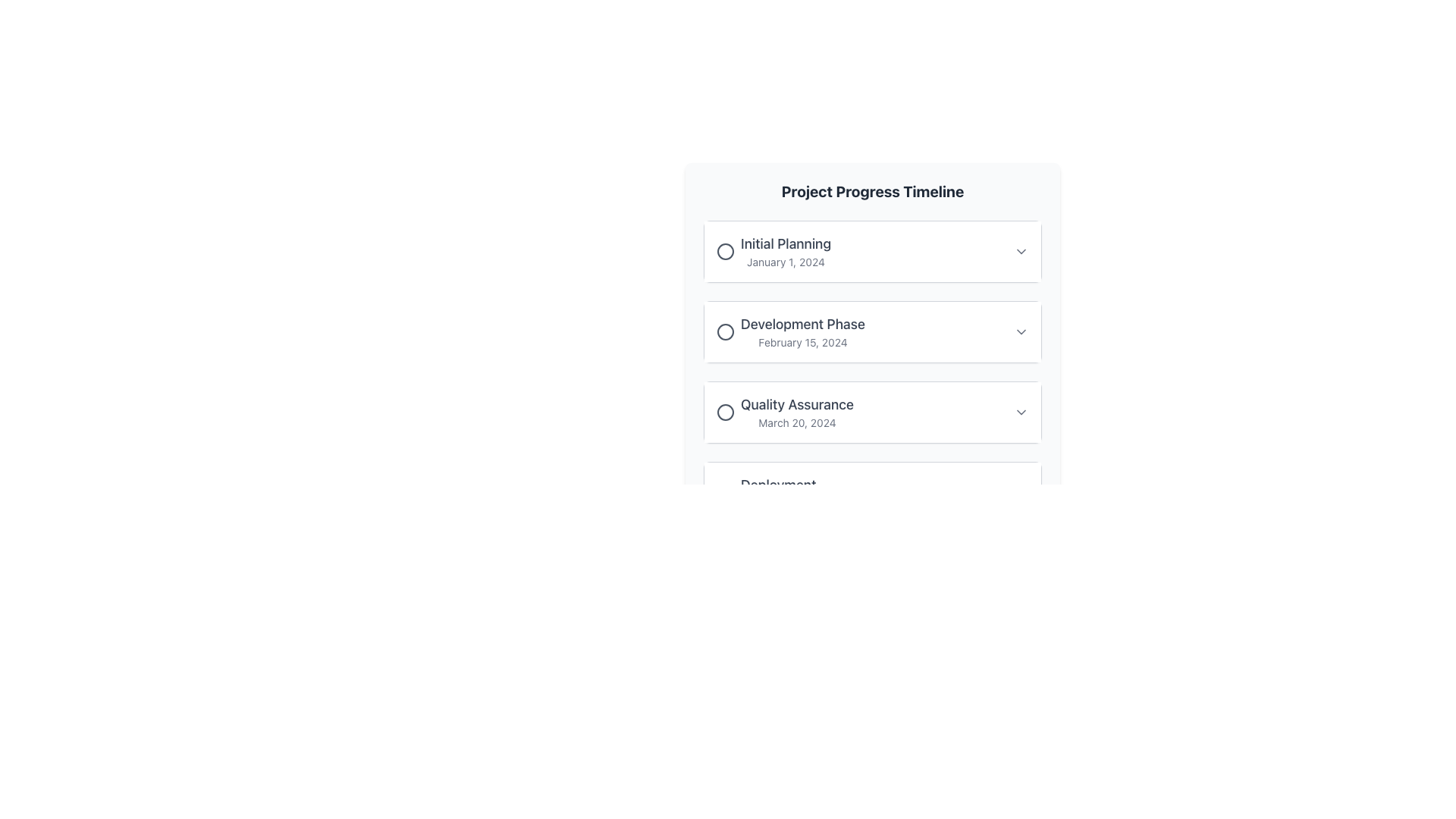 The image size is (1456, 819). Describe the element at coordinates (786, 250) in the screenshot. I see `the text block containing 'Initial Planning' and 'January 1, 2024', which is located in the first section of the 'Project Progress Timeline'` at that location.